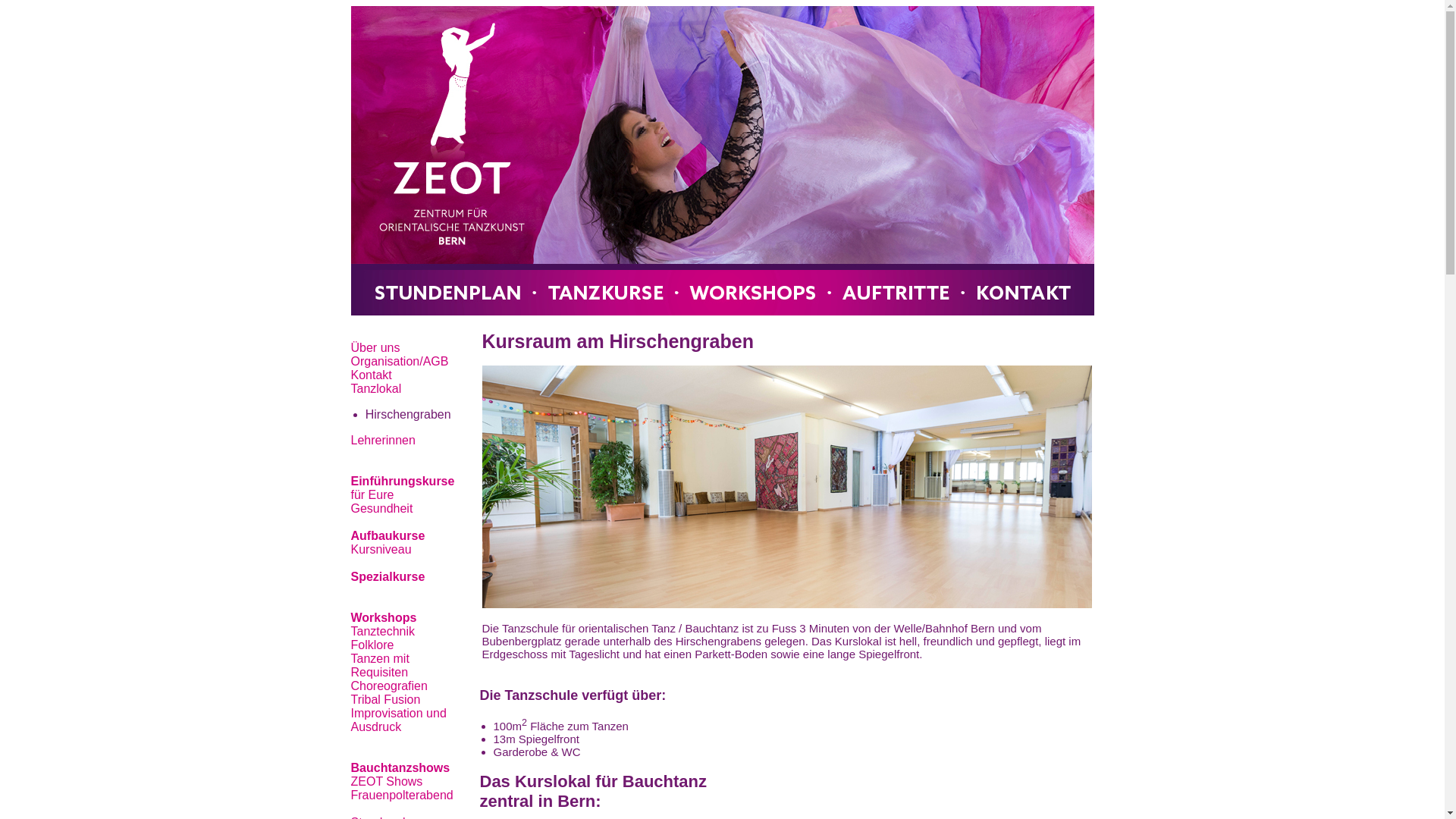  What do you see at coordinates (372, 645) in the screenshot?
I see `'Folklore'` at bounding box center [372, 645].